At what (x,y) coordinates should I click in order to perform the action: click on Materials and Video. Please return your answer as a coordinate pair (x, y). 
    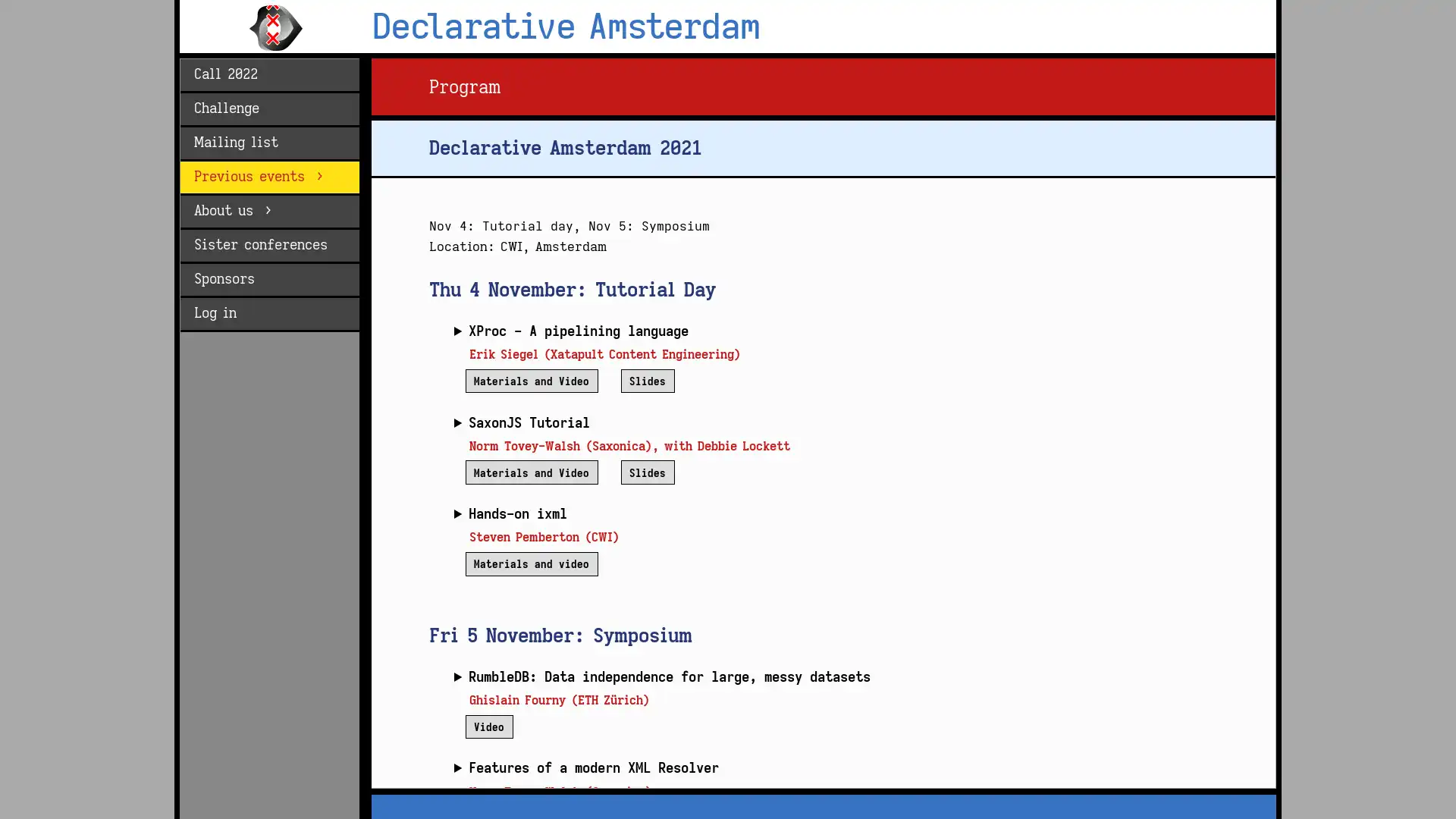
    Looking at the image, I should click on (531, 471).